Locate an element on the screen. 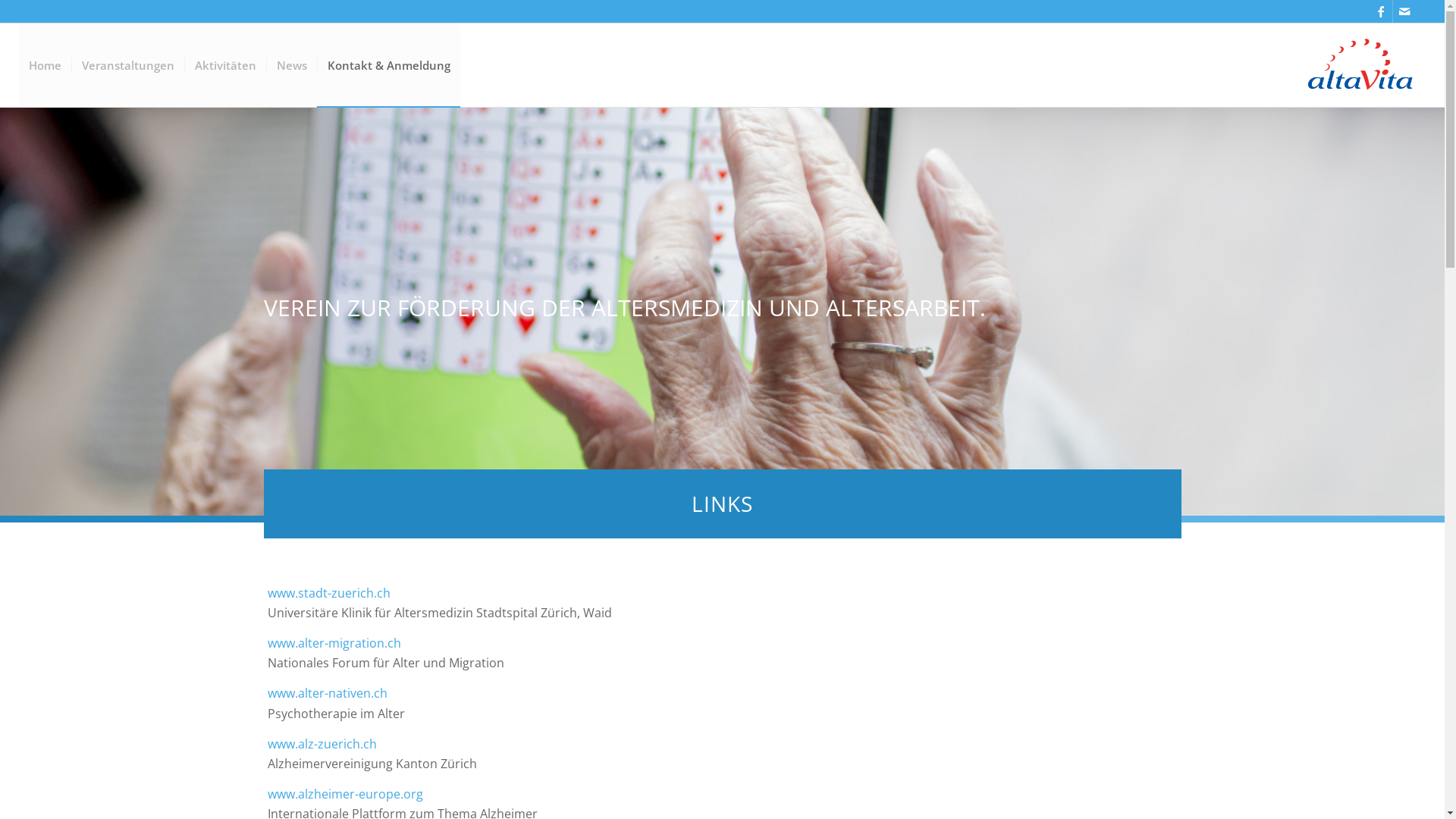 This screenshot has height=819, width=1456. 'www.alzheimer-europe.org' is located at coordinates (344, 792).